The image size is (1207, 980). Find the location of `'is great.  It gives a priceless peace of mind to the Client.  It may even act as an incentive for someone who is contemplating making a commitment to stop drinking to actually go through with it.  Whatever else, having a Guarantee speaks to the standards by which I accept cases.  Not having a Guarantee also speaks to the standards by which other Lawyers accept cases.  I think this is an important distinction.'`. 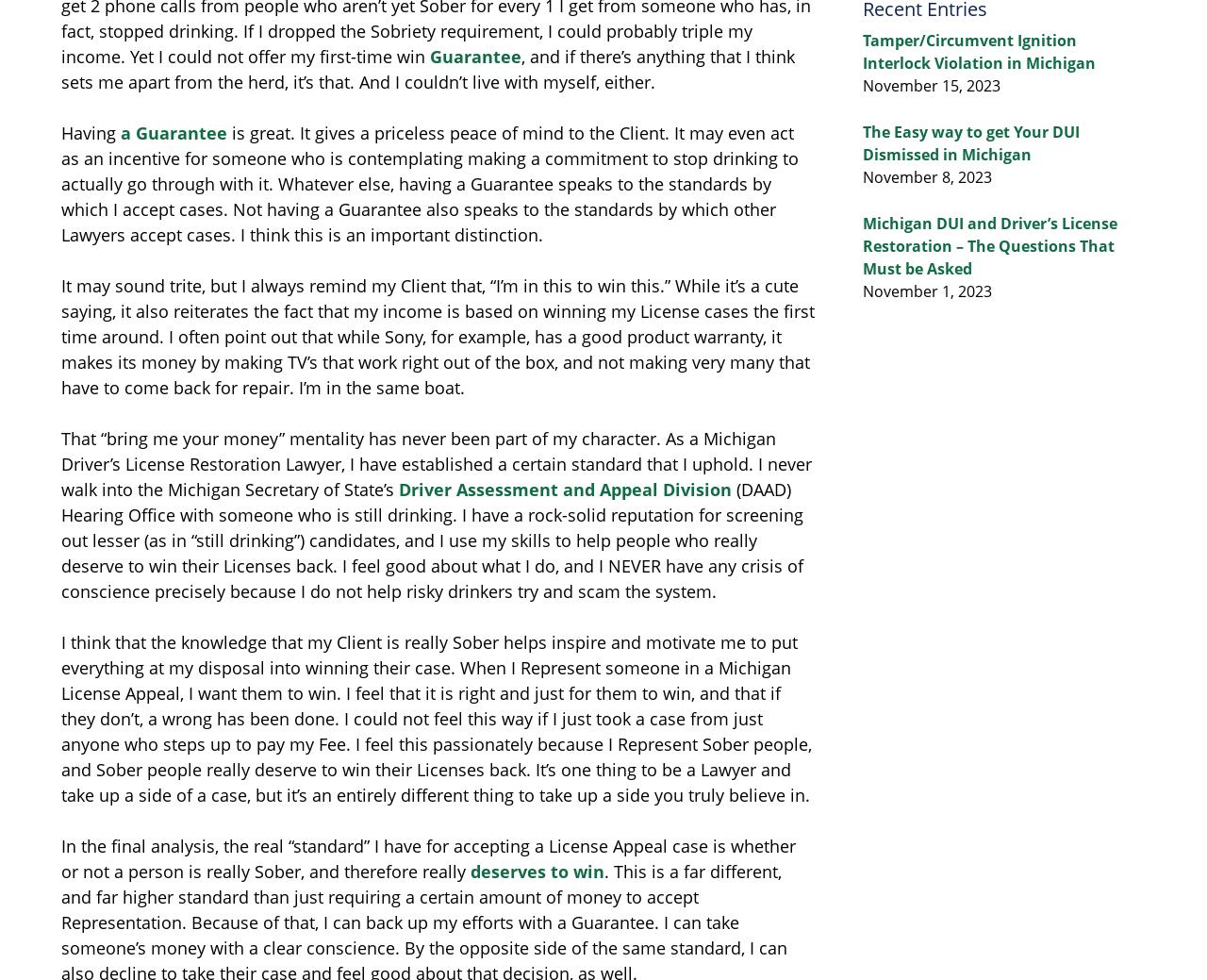

'is great.  It gives a priceless peace of mind to the Client.  It may even act as an incentive for someone who is contemplating making a commitment to stop drinking to actually go through with it.  Whatever else, having a Guarantee speaks to the standards by which I accept cases.  Not having a Guarantee also speaks to the standards by which other Lawyers accept cases.  I think this is an important distinction.' is located at coordinates (61, 184).